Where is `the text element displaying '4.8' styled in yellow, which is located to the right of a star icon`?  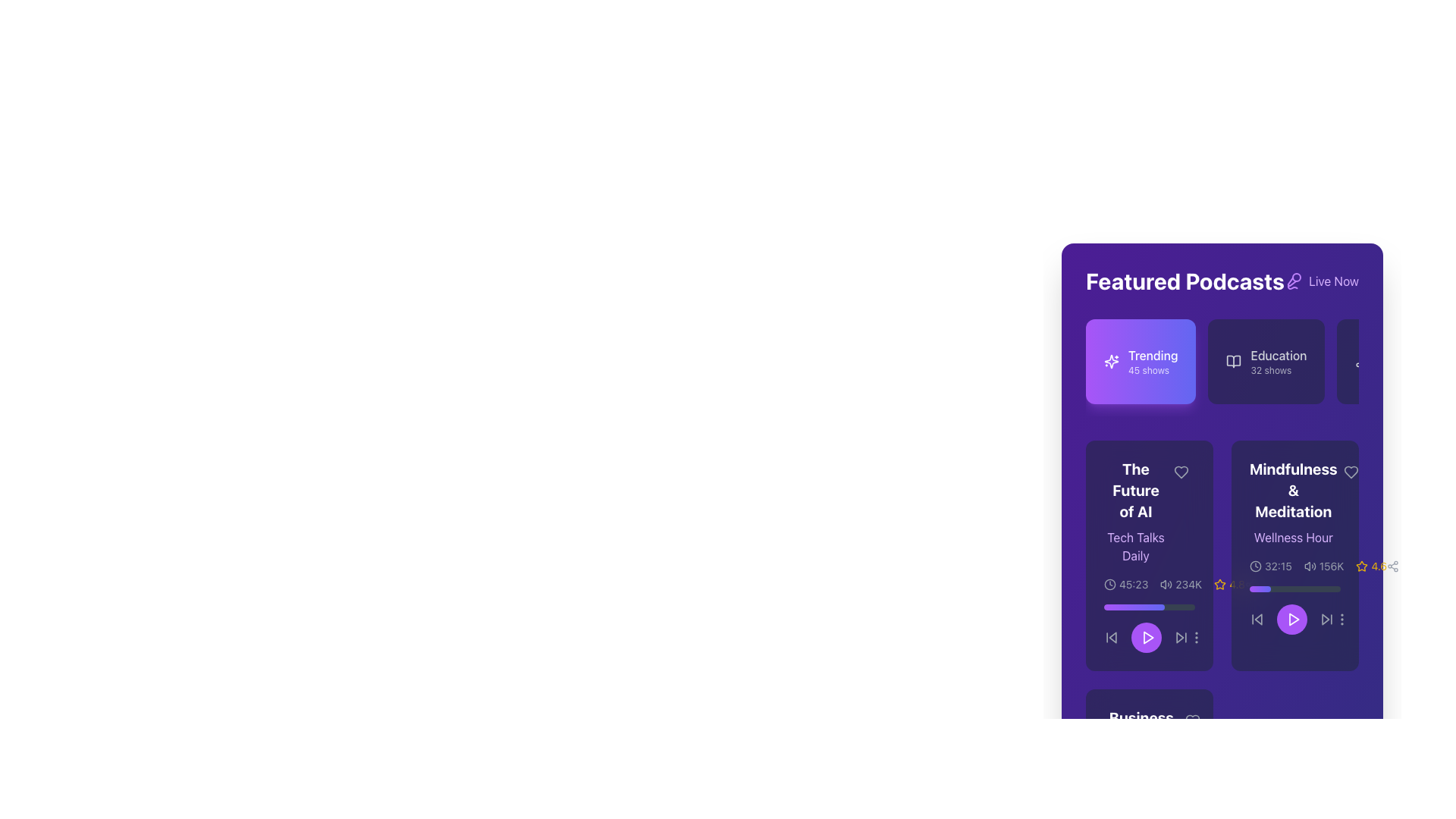 the text element displaying '4.8' styled in yellow, which is located to the right of a star icon is located at coordinates (1237, 584).